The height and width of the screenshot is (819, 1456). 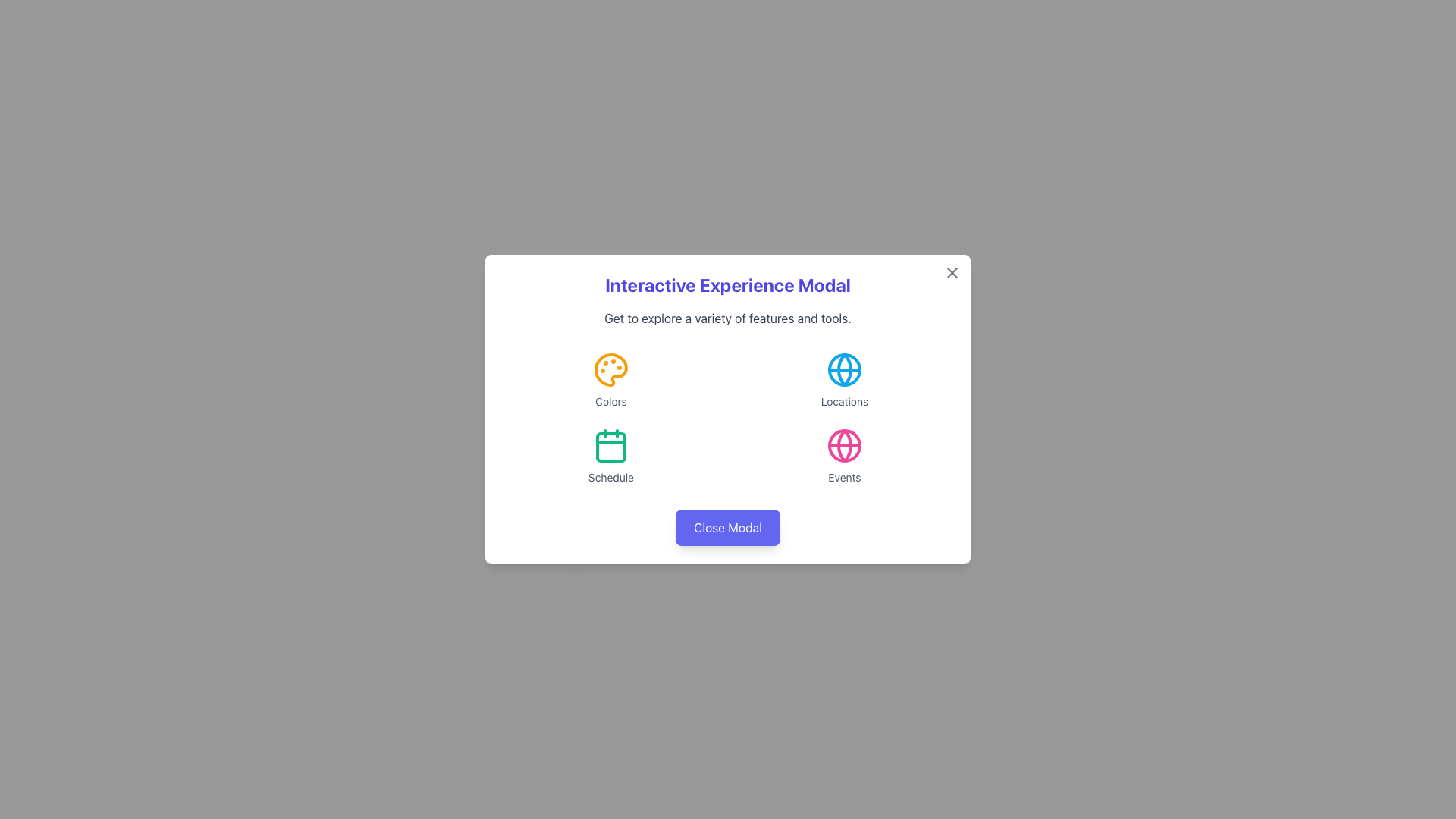 I want to click on descriptive text label located below the title 'Interactive Experience Modal' in the upper-center part of the modal window, so click(x=728, y=318).